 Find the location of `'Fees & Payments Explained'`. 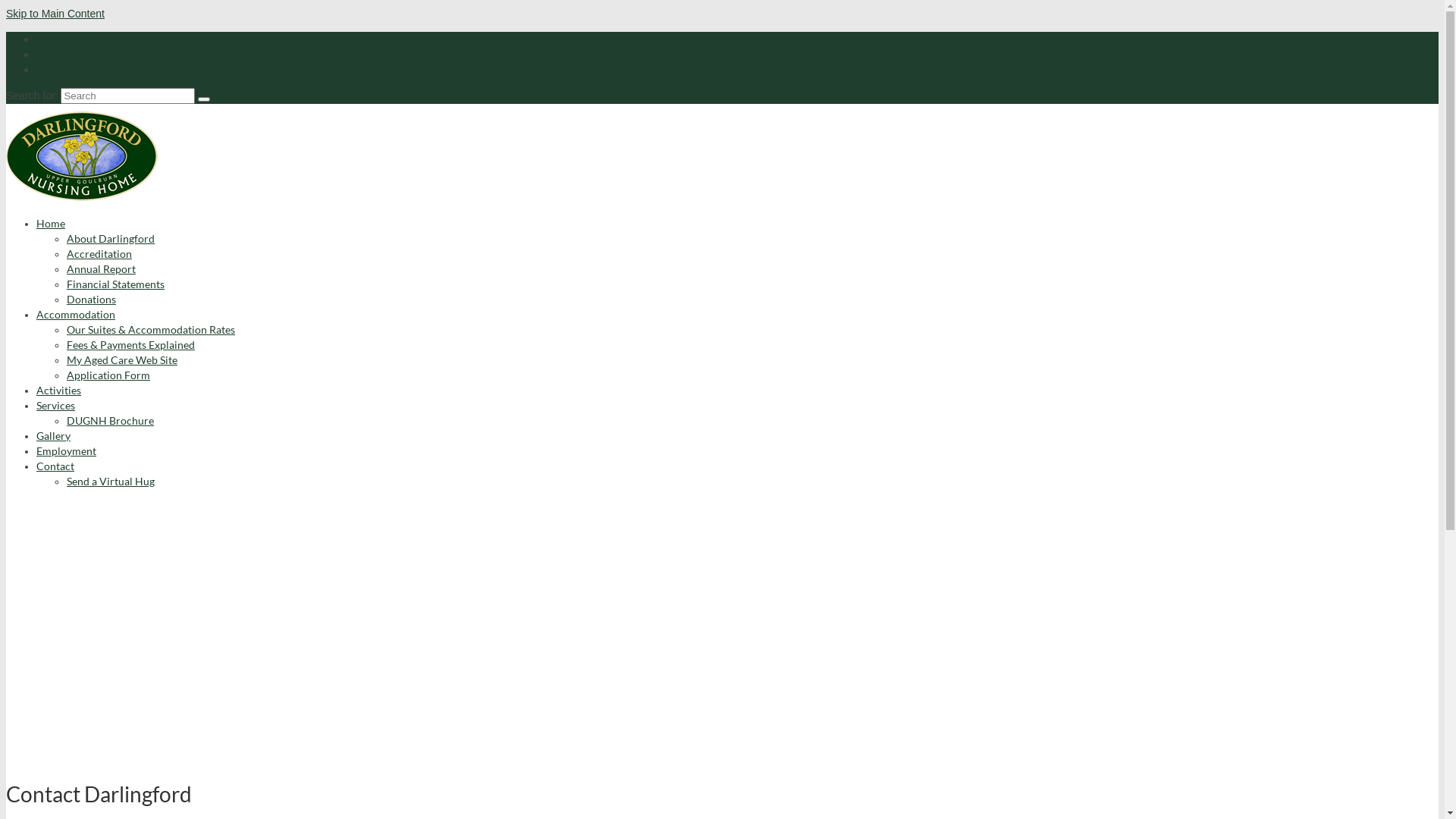

'Fees & Payments Explained' is located at coordinates (130, 344).